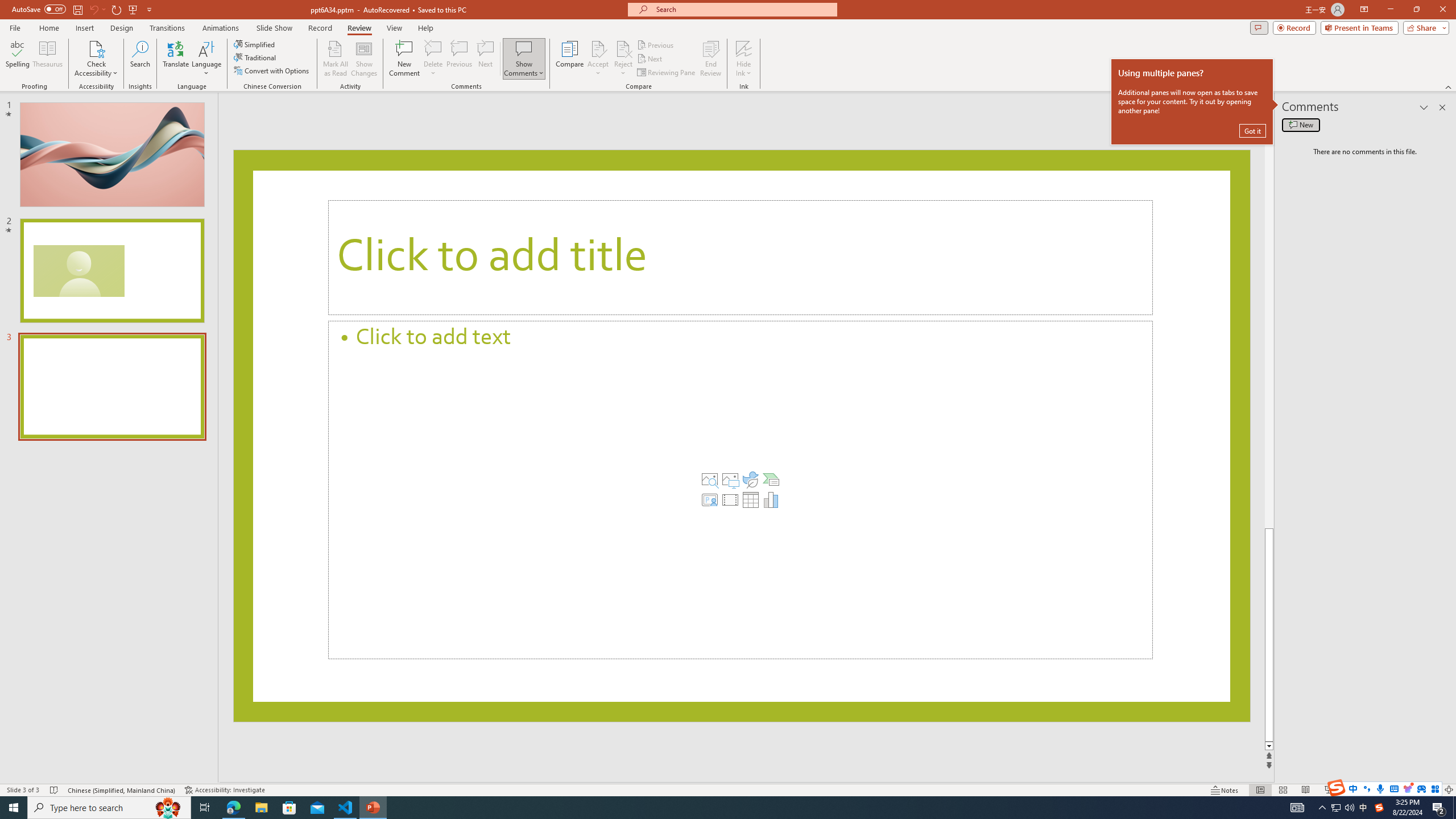  What do you see at coordinates (622, 48) in the screenshot?
I see `'Reject Change'` at bounding box center [622, 48].